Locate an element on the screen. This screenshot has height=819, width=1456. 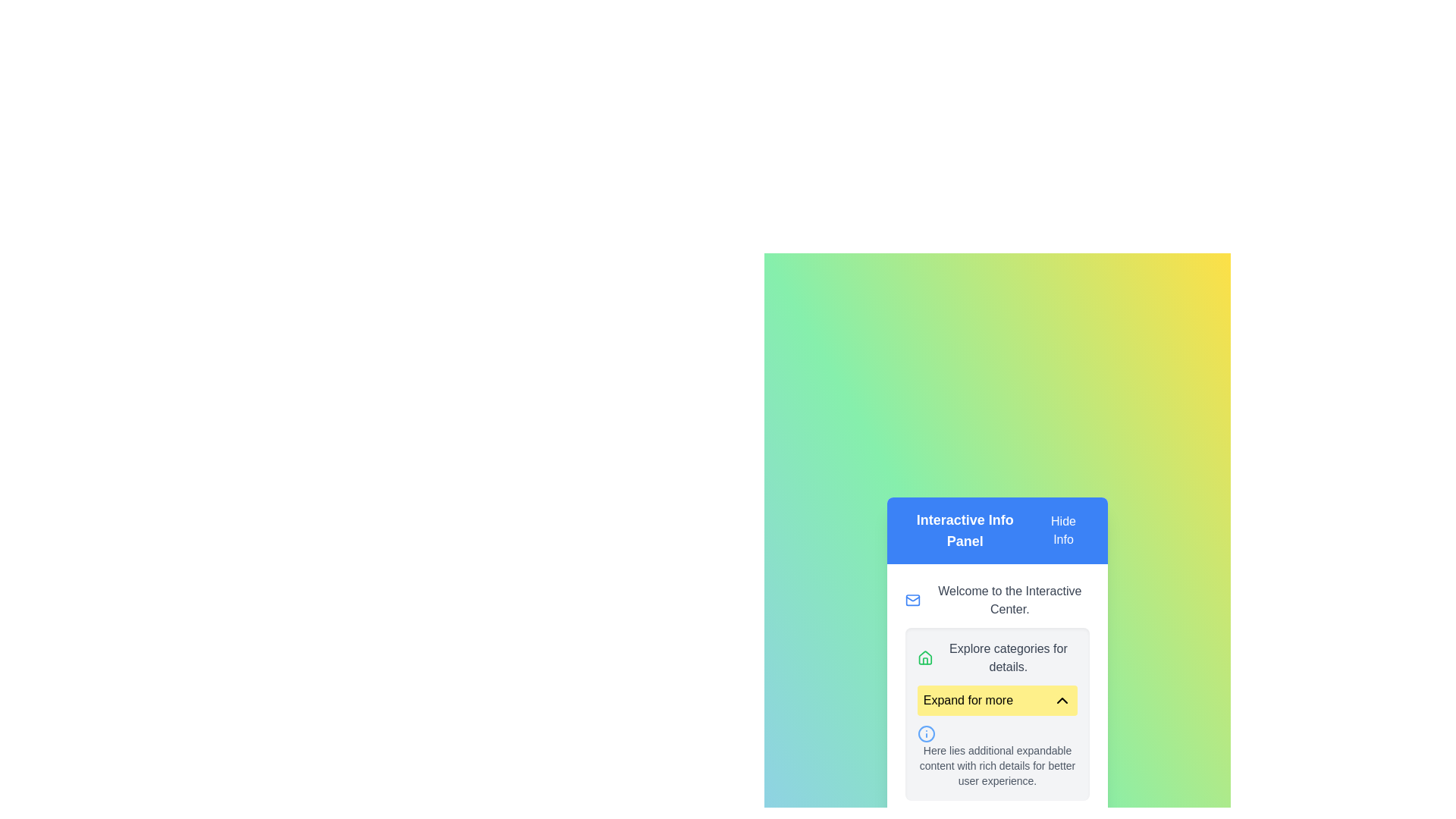
the static text element located inside a yellow rectangle at the lower section of the panel, which serves as a label indicating expandable content is located at coordinates (967, 701).